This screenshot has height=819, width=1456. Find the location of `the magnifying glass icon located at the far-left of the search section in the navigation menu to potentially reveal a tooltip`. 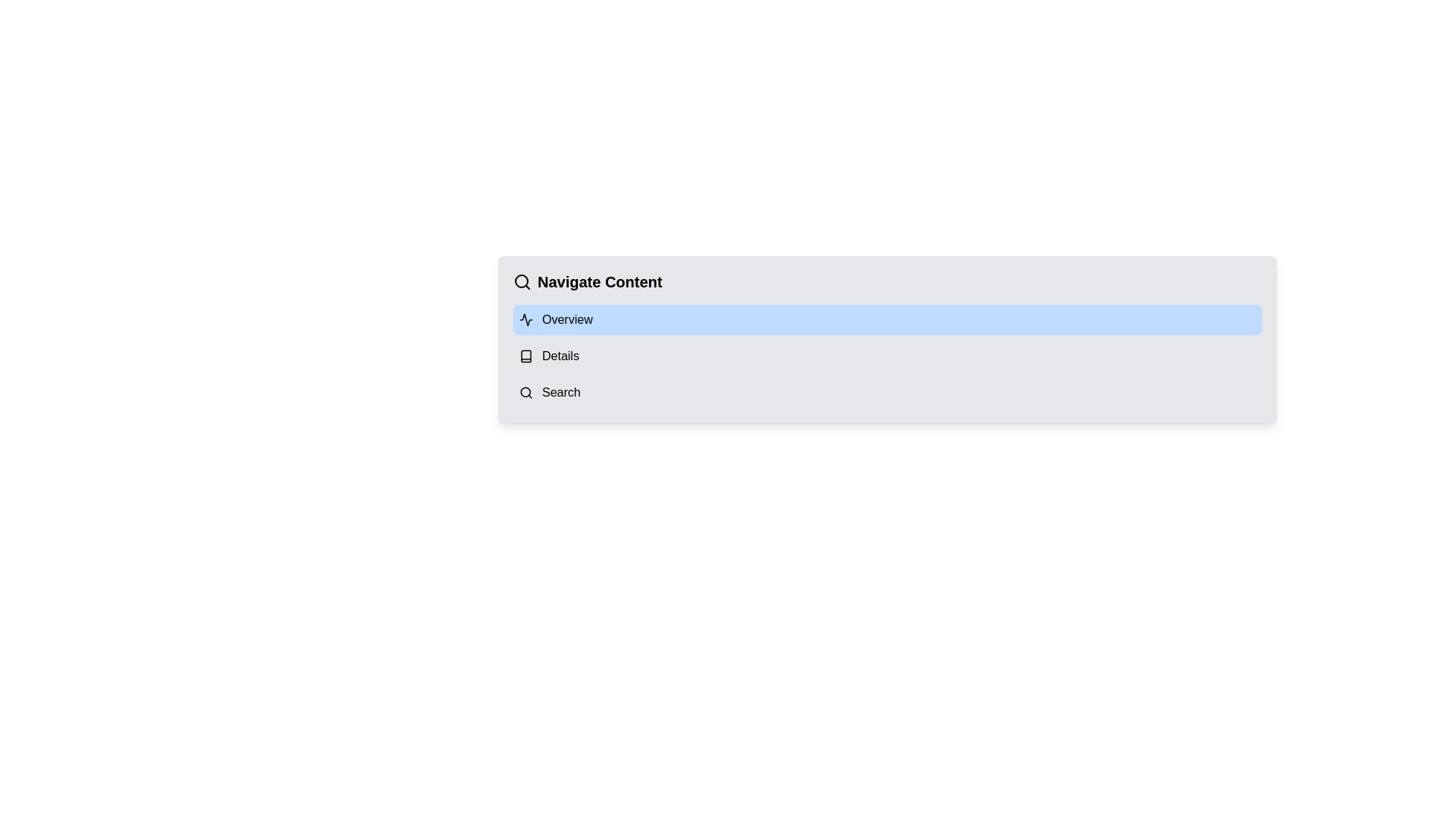

the magnifying glass icon located at the far-left of the search section in the navigation menu to potentially reveal a tooltip is located at coordinates (526, 391).